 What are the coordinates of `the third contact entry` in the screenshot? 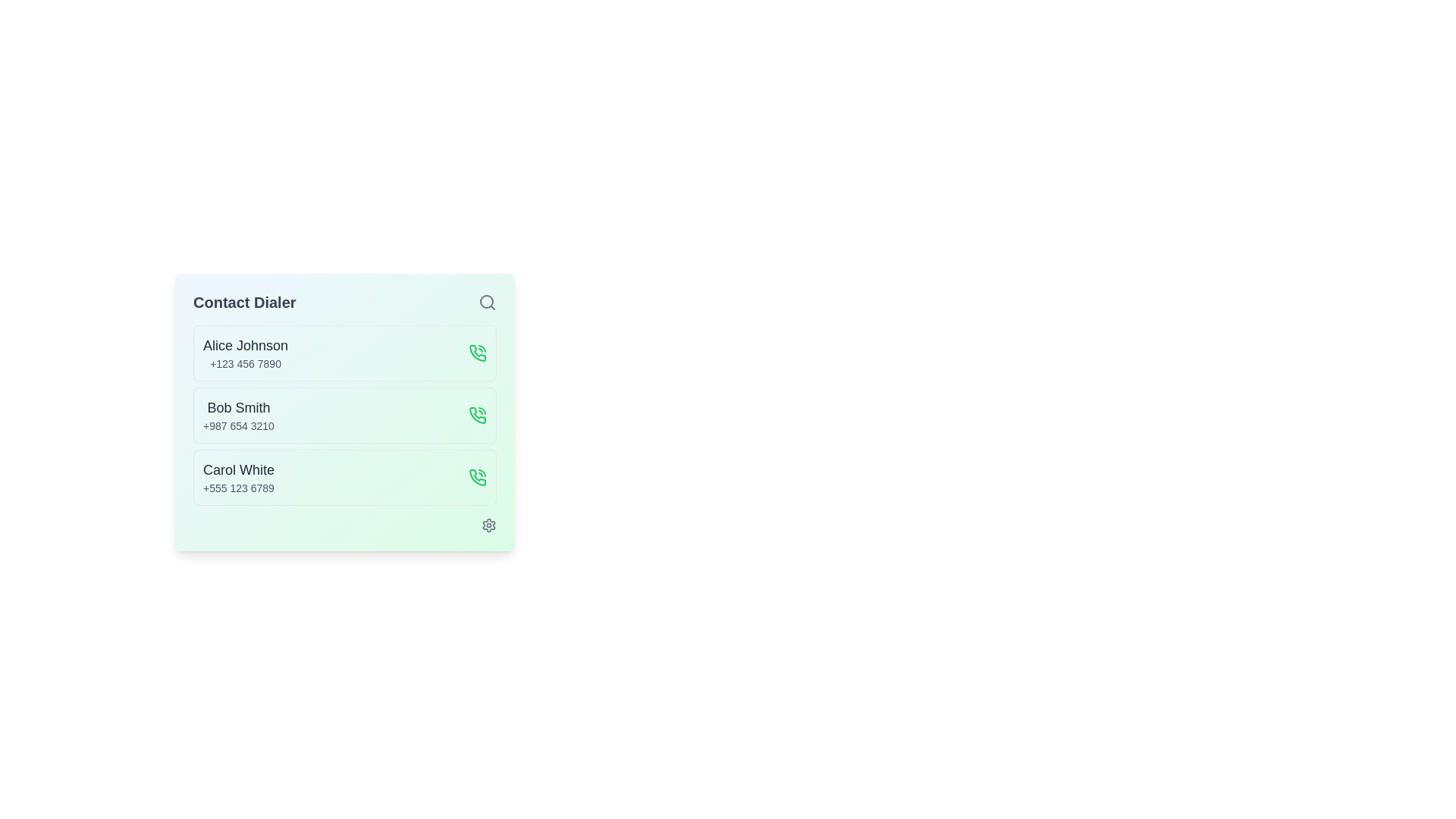 It's located at (344, 476).